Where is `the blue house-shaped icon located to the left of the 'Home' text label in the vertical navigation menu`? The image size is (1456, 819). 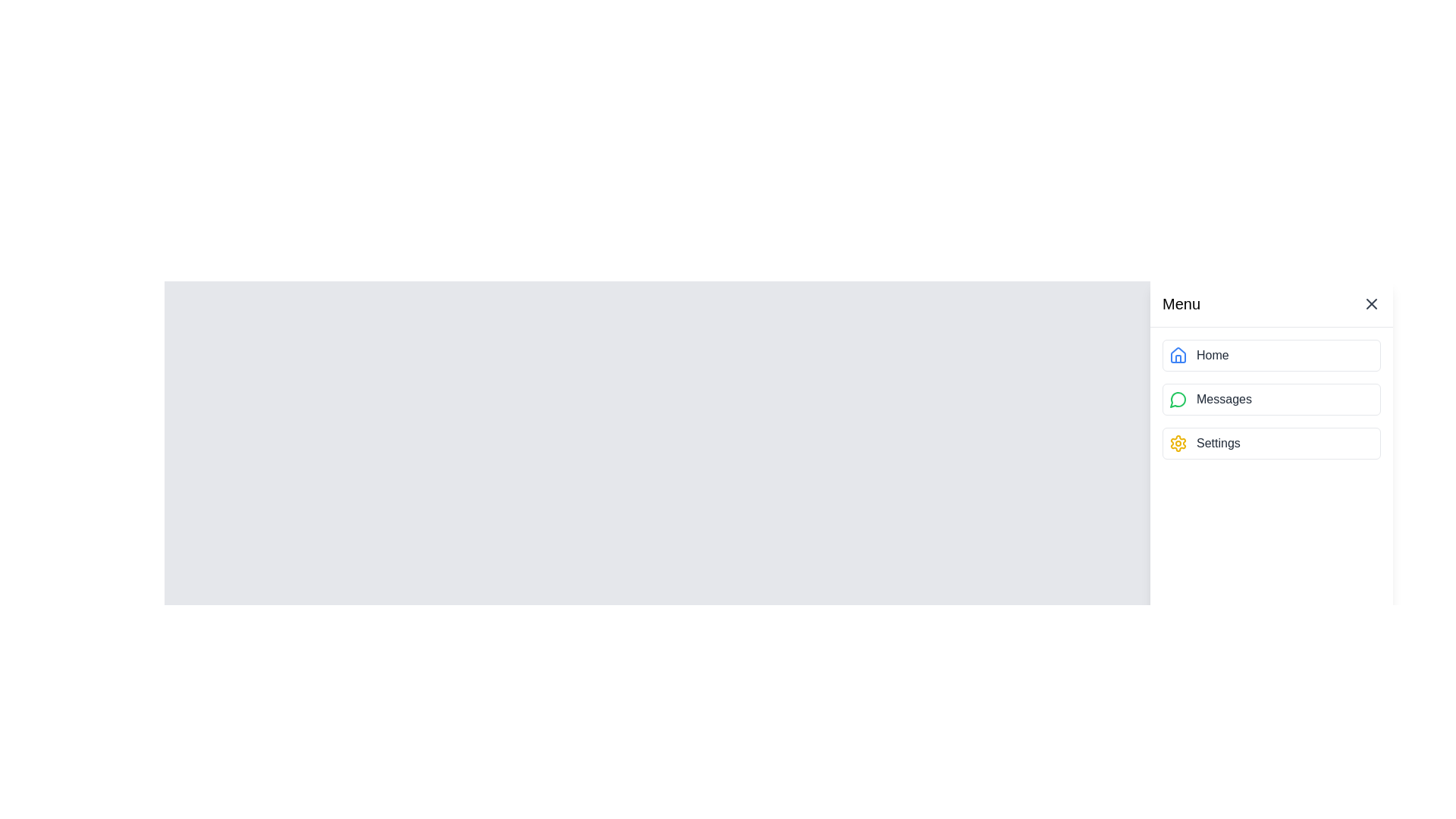 the blue house-shaped icon located to the left of the 'Home' text label in the vertical navigation menu is located at coordinates (1178, 356).